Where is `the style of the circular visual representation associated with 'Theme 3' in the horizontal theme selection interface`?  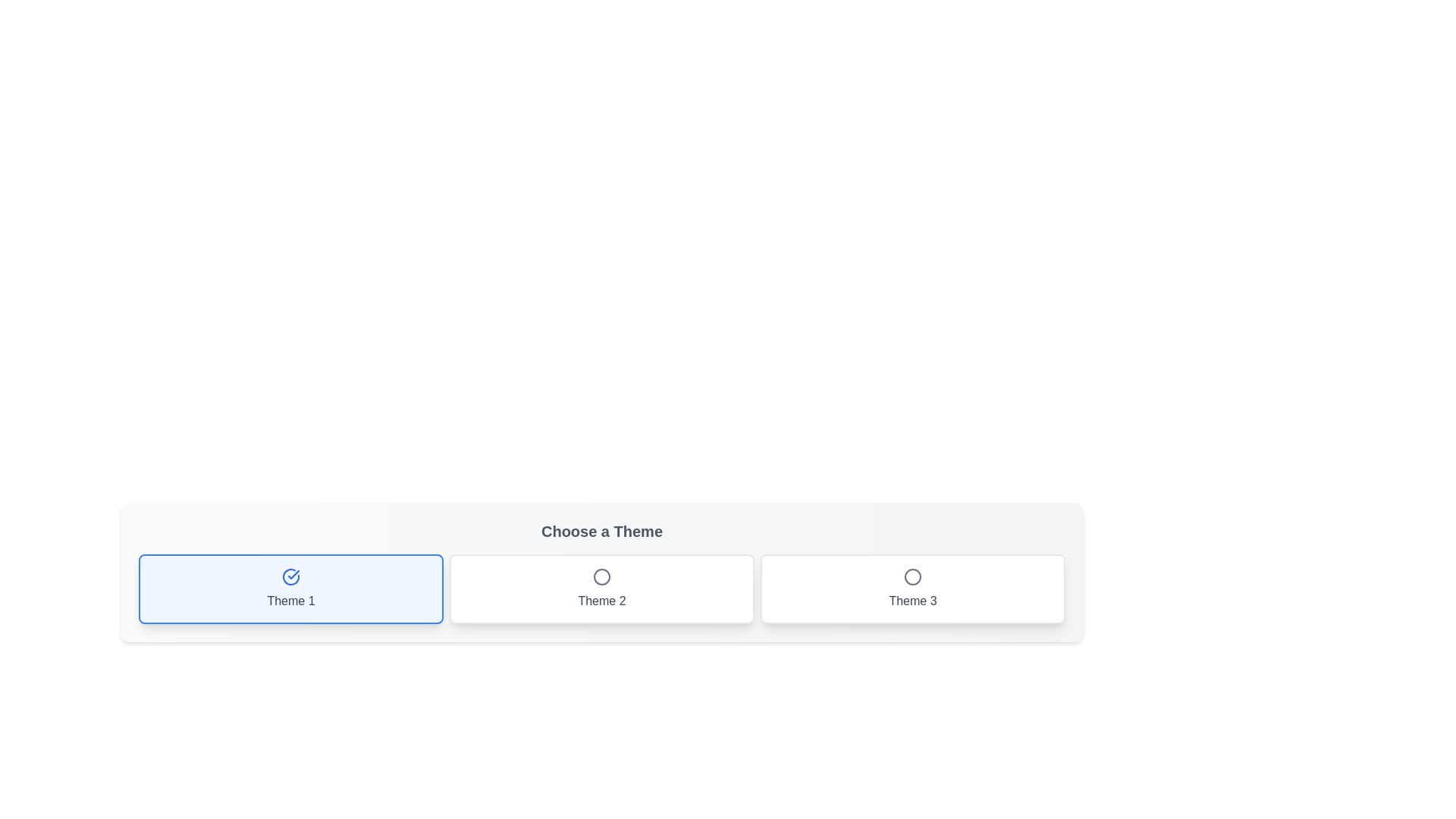 the style of the circular visual representation associated with 'Theme 3' in the horizontal theme selection interface is located at coordinates (912, 576).